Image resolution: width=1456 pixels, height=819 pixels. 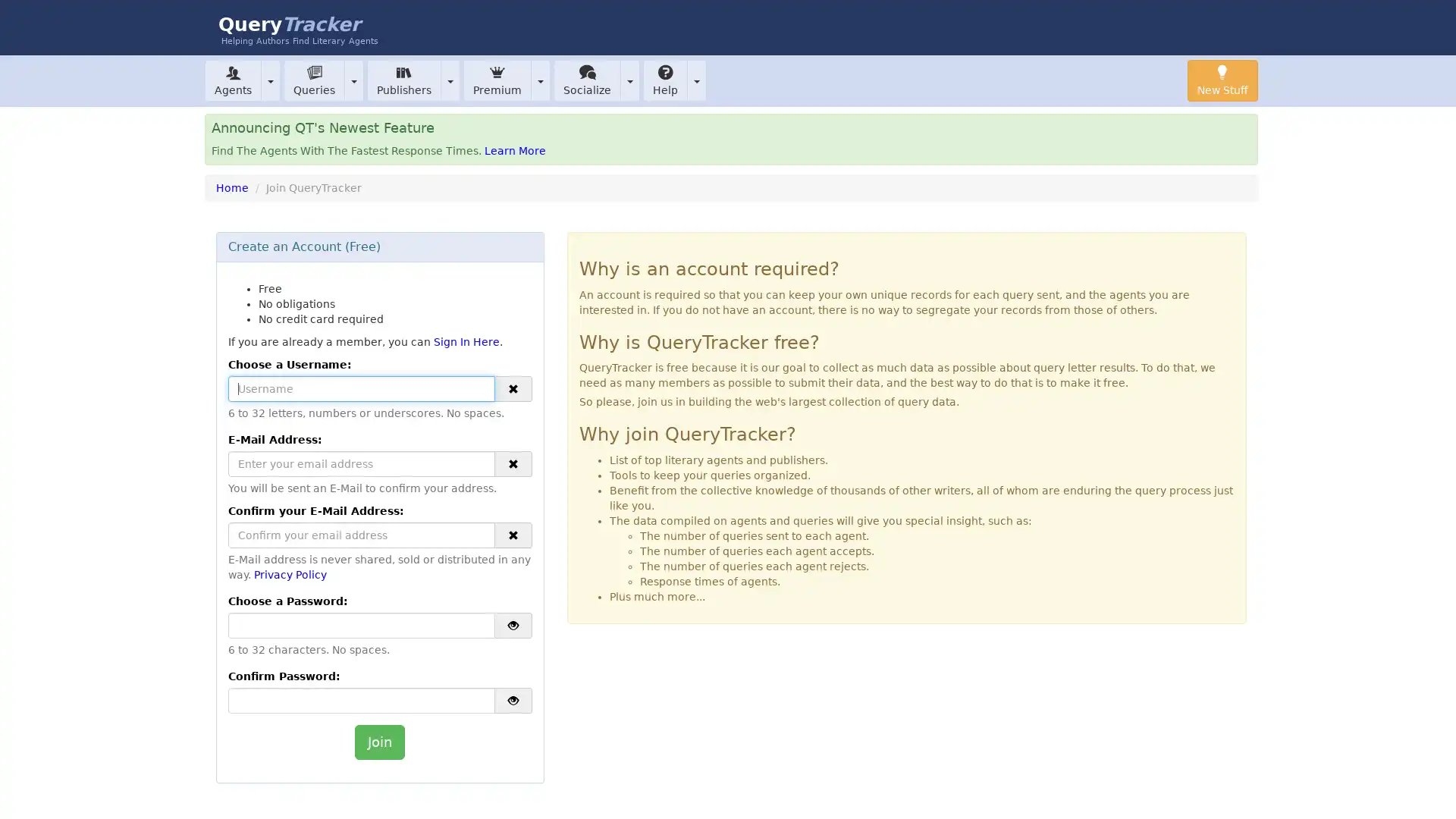 What do you see at coordinates (629, 80) in the screenshot?
I see `Toggle Dropdown` at bounding box center [629, 80].